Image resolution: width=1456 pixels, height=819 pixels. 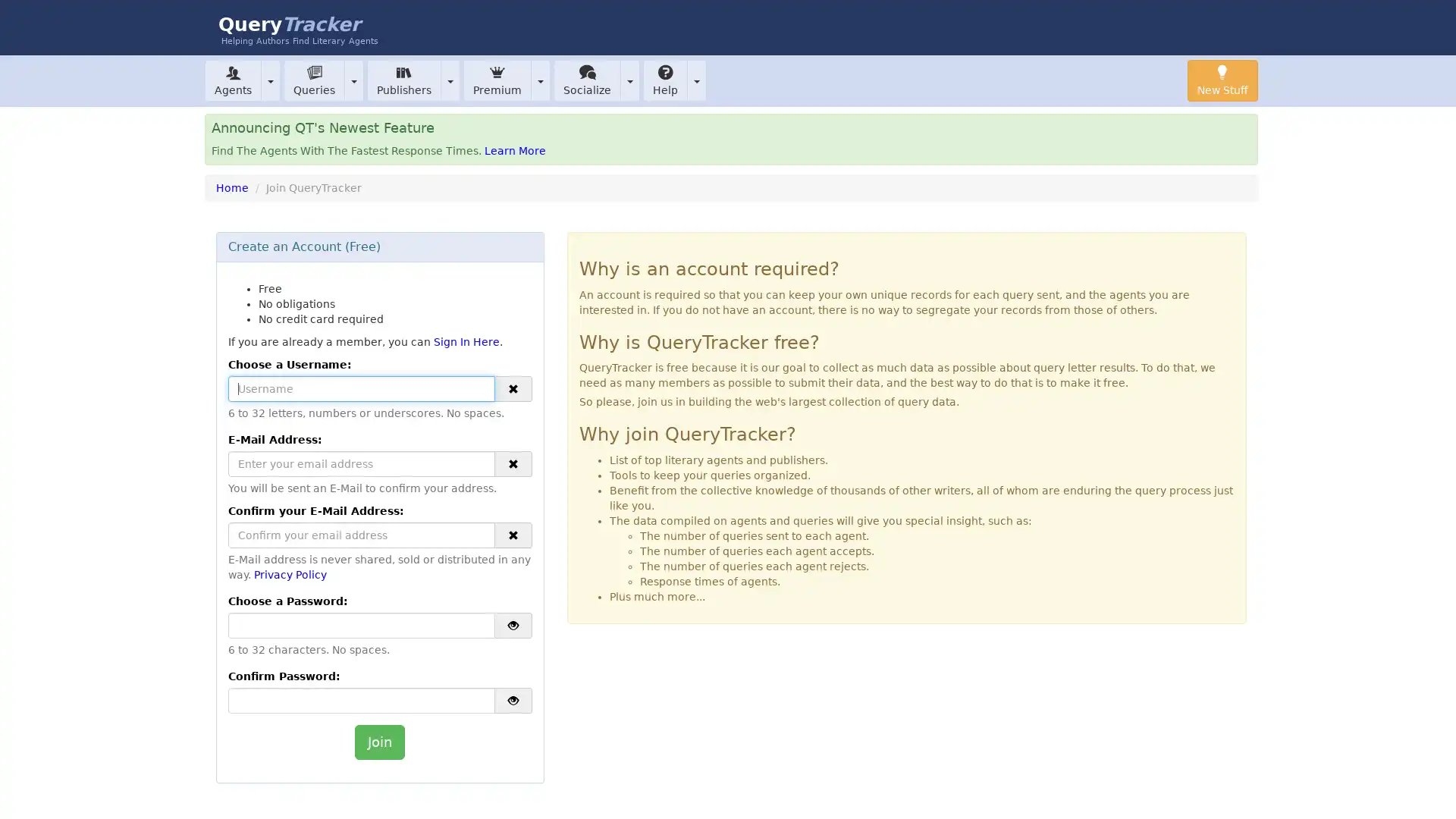 What do you see at coordinates (629, 80) in the screenshot?
I see `Toggle Dropdown` at bounding box center [629, 80].